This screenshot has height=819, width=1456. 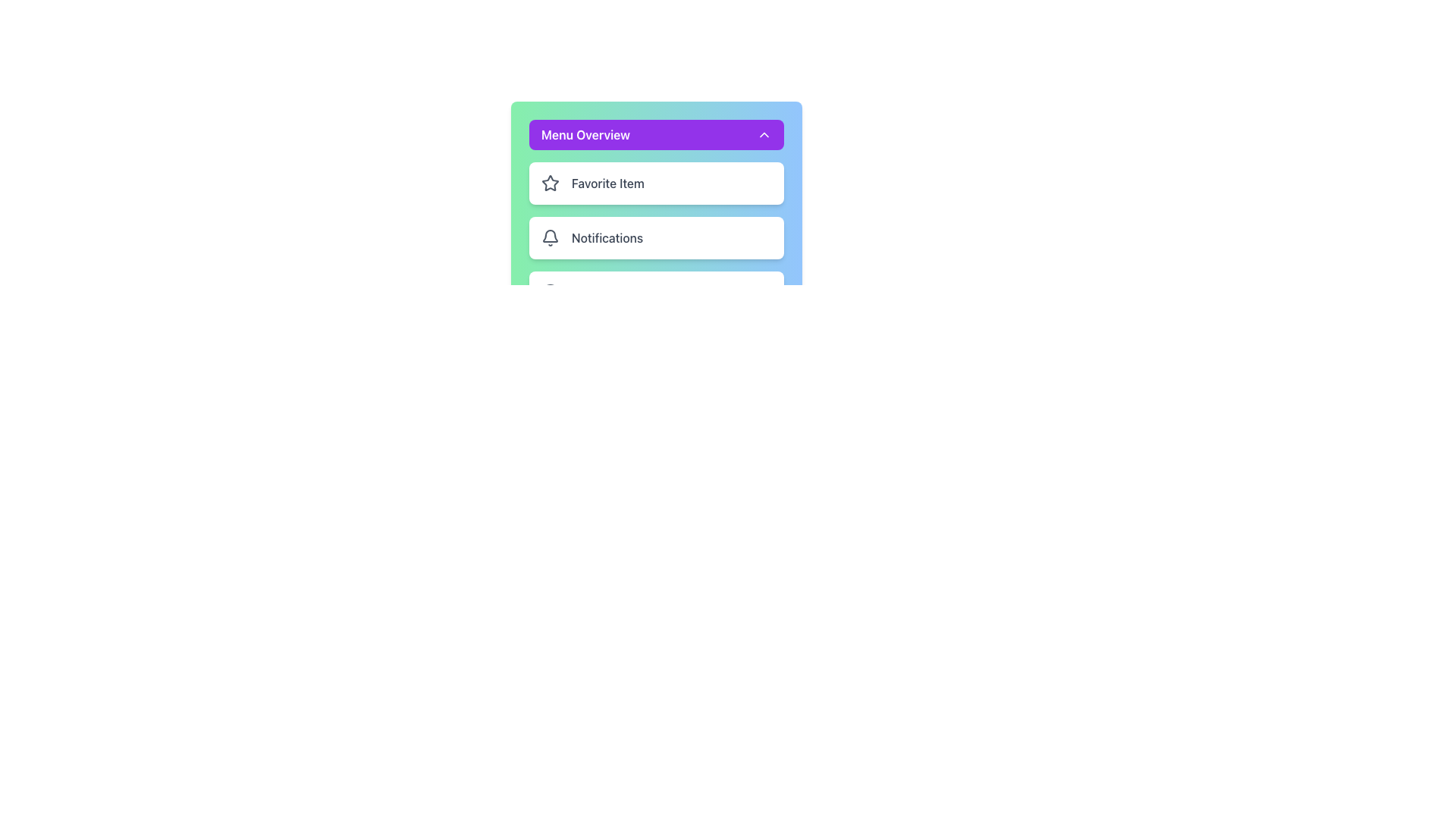 What do you see at coordinates (585, 133) in the screenshot?
I see `the 'Menu Overview' text label, which is styled with white text on a purple background, located near the top of the navigation menu` at bounding box center [585, 133].